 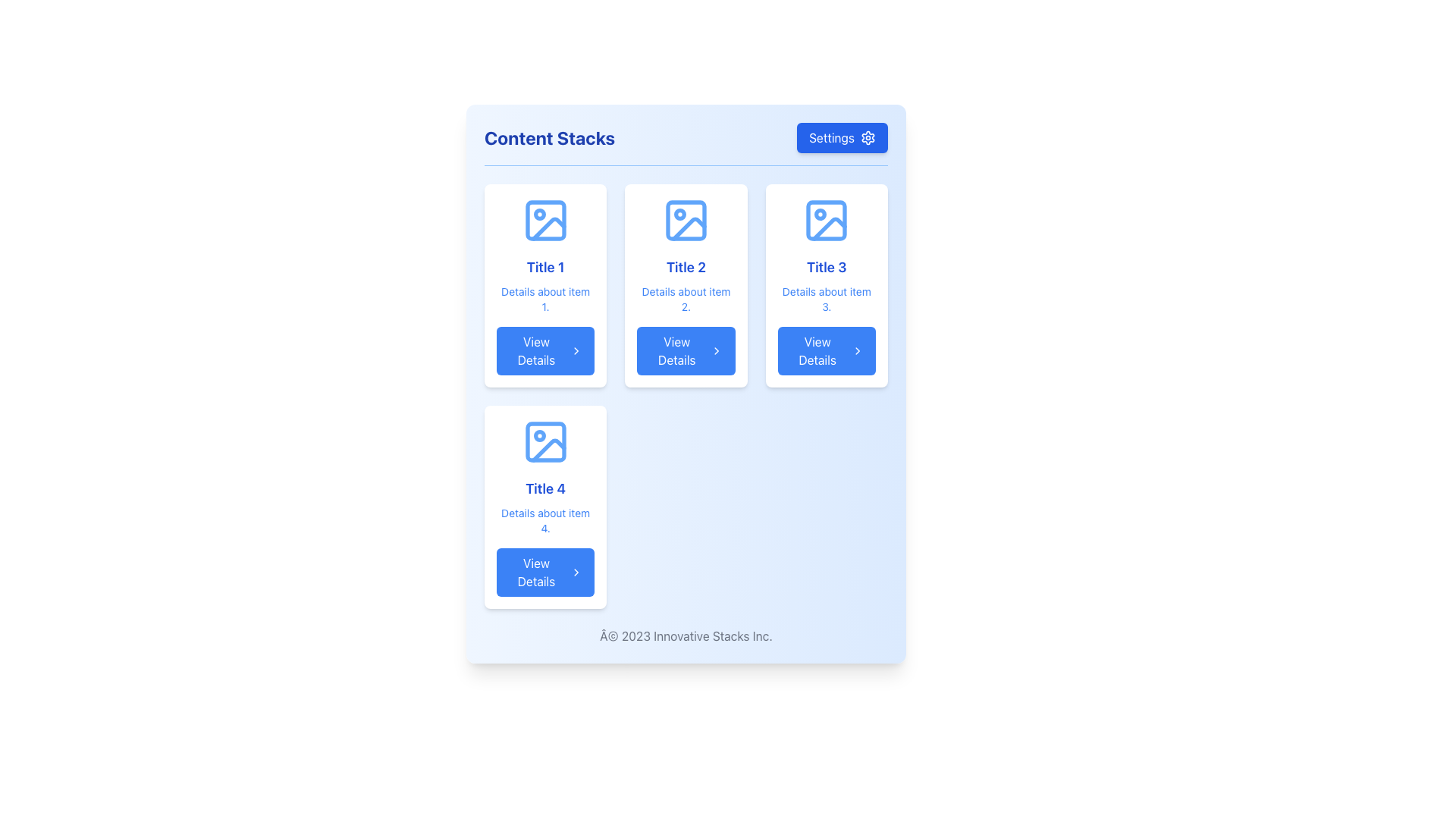 What do you see at coordinates (545, 299) in the screenshot?
I see `the descriptive text label located in the top-left card of the grid layout, which is positioned below the title 'Title 1' and above the 'View Details' button` at bounding box center [545, 299].